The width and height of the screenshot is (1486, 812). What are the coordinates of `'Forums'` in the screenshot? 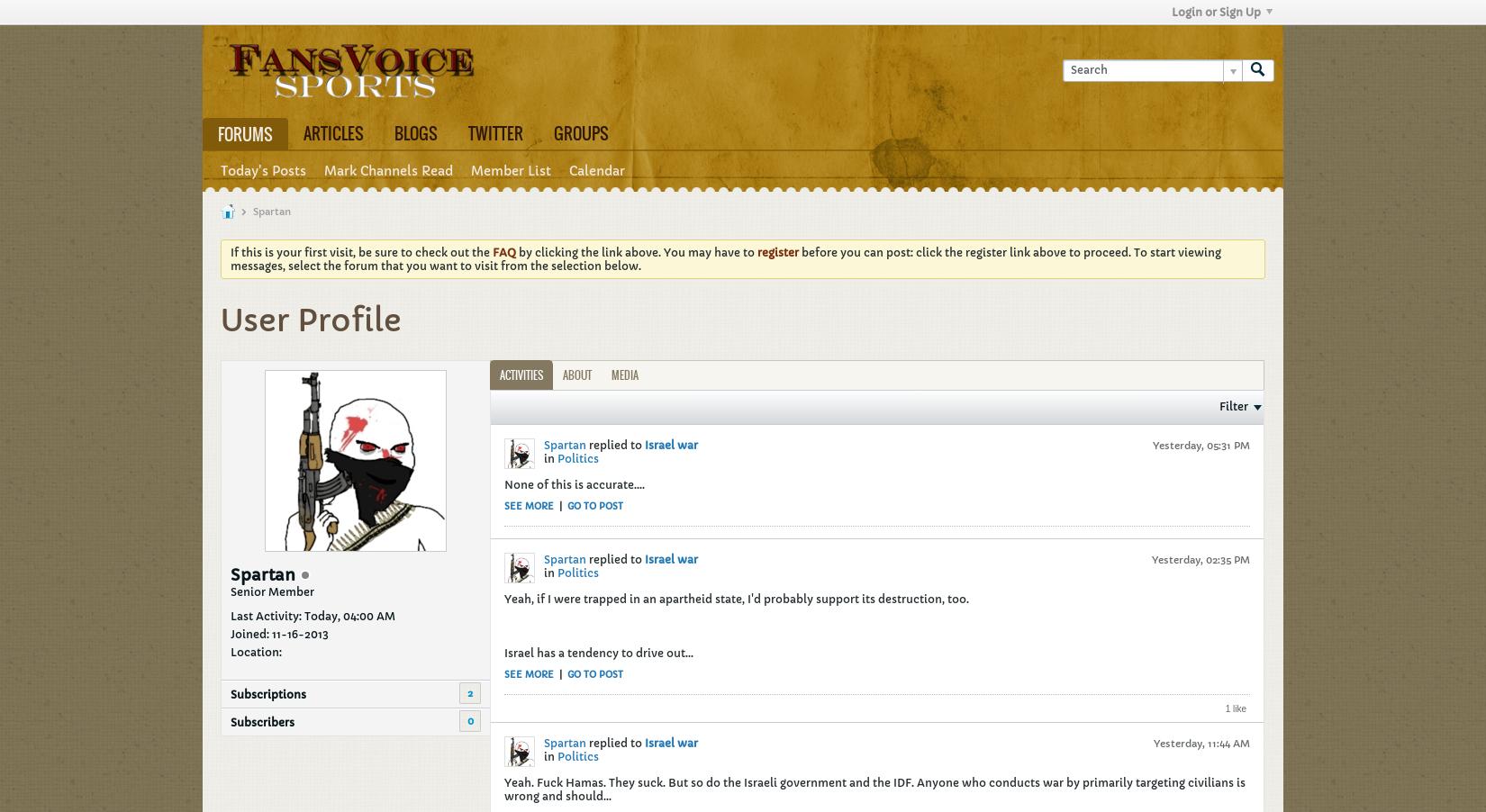 It's located at (245, 134).